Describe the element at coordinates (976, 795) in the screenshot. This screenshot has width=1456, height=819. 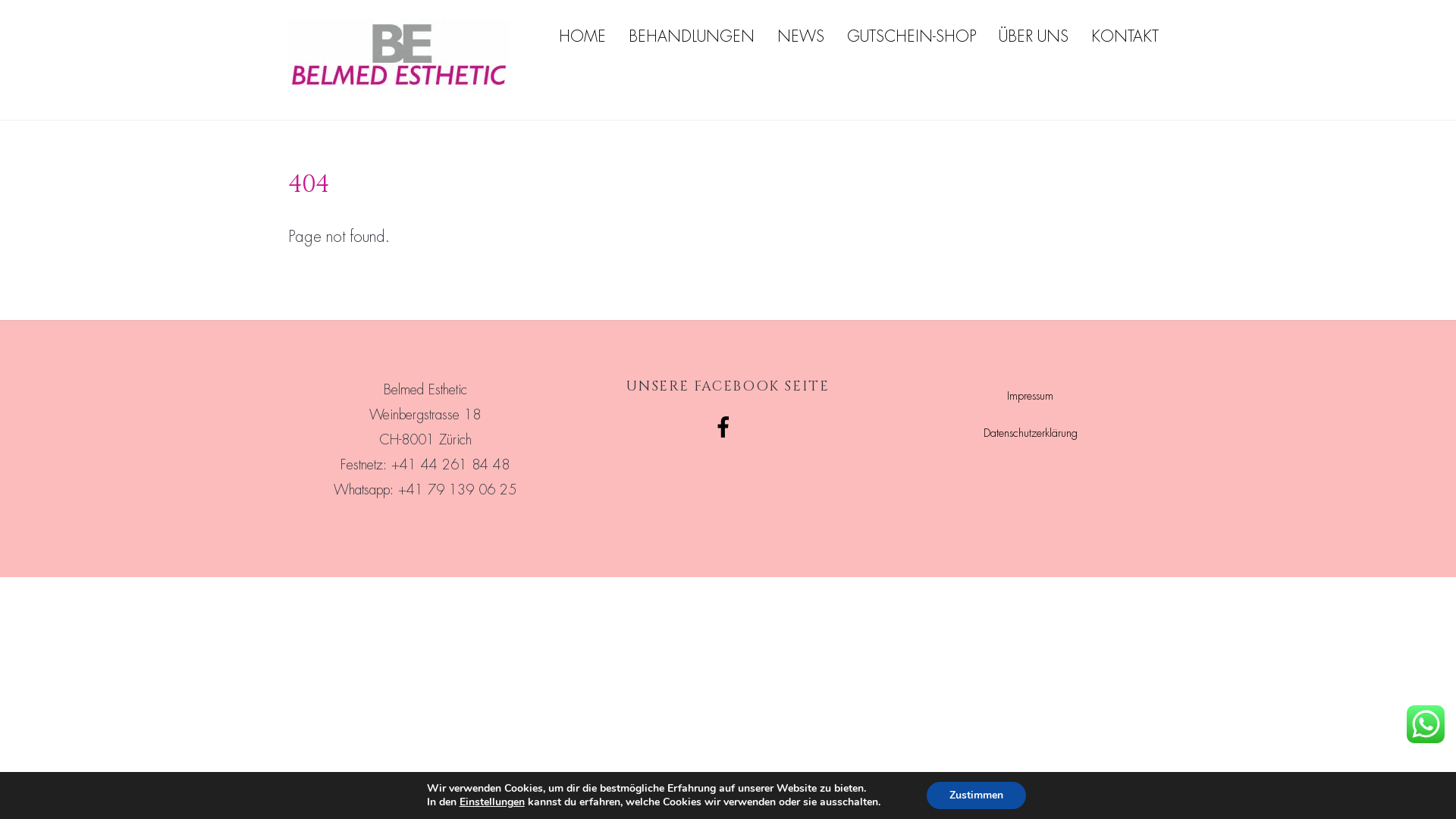
I see `'Zustimmen'` at that location.